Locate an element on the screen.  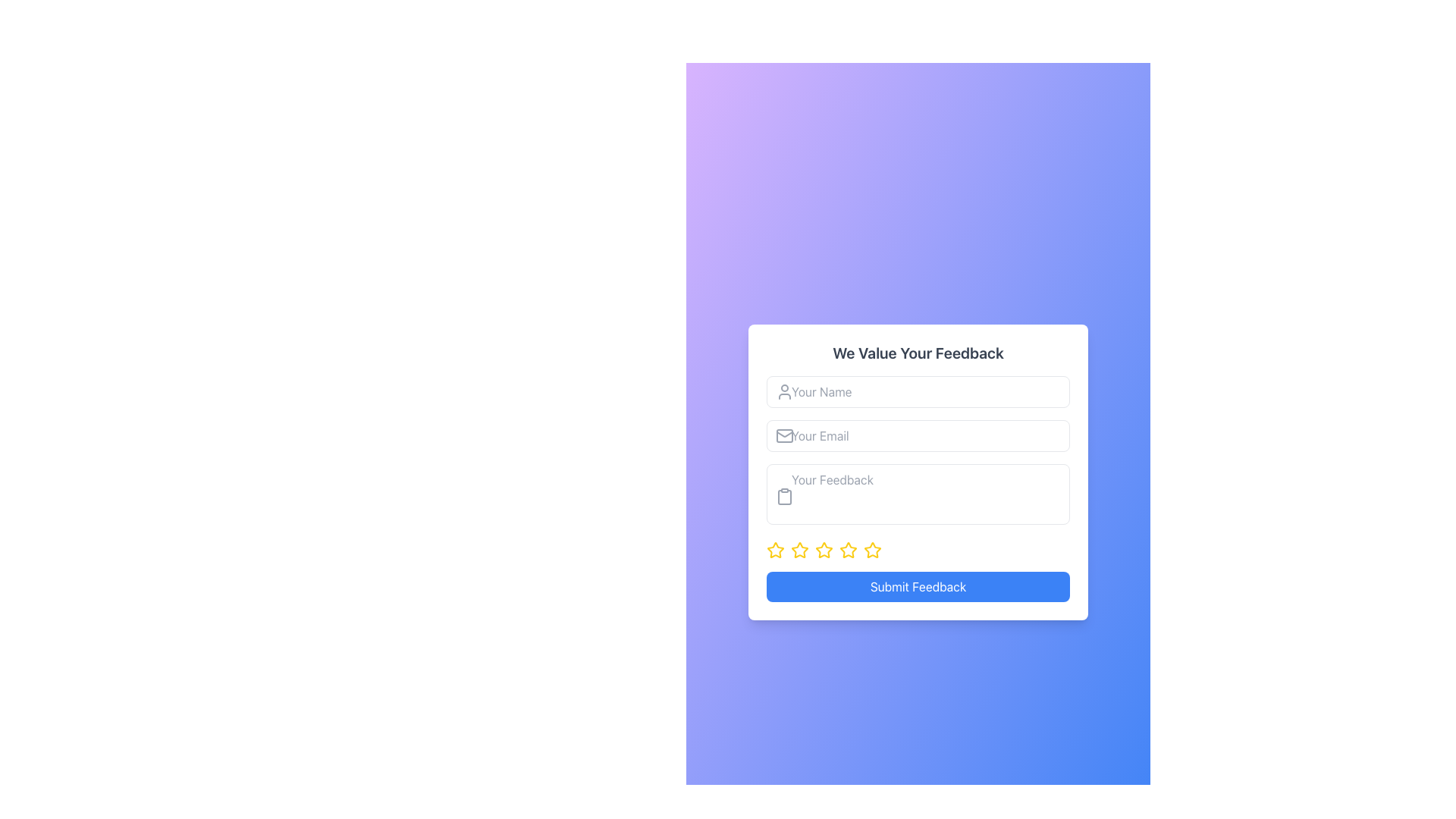
the email icon that visually indicates the associated text field for entering an email address, located to the left of the email input field in the feedback form is located at coordinates (785, 435).